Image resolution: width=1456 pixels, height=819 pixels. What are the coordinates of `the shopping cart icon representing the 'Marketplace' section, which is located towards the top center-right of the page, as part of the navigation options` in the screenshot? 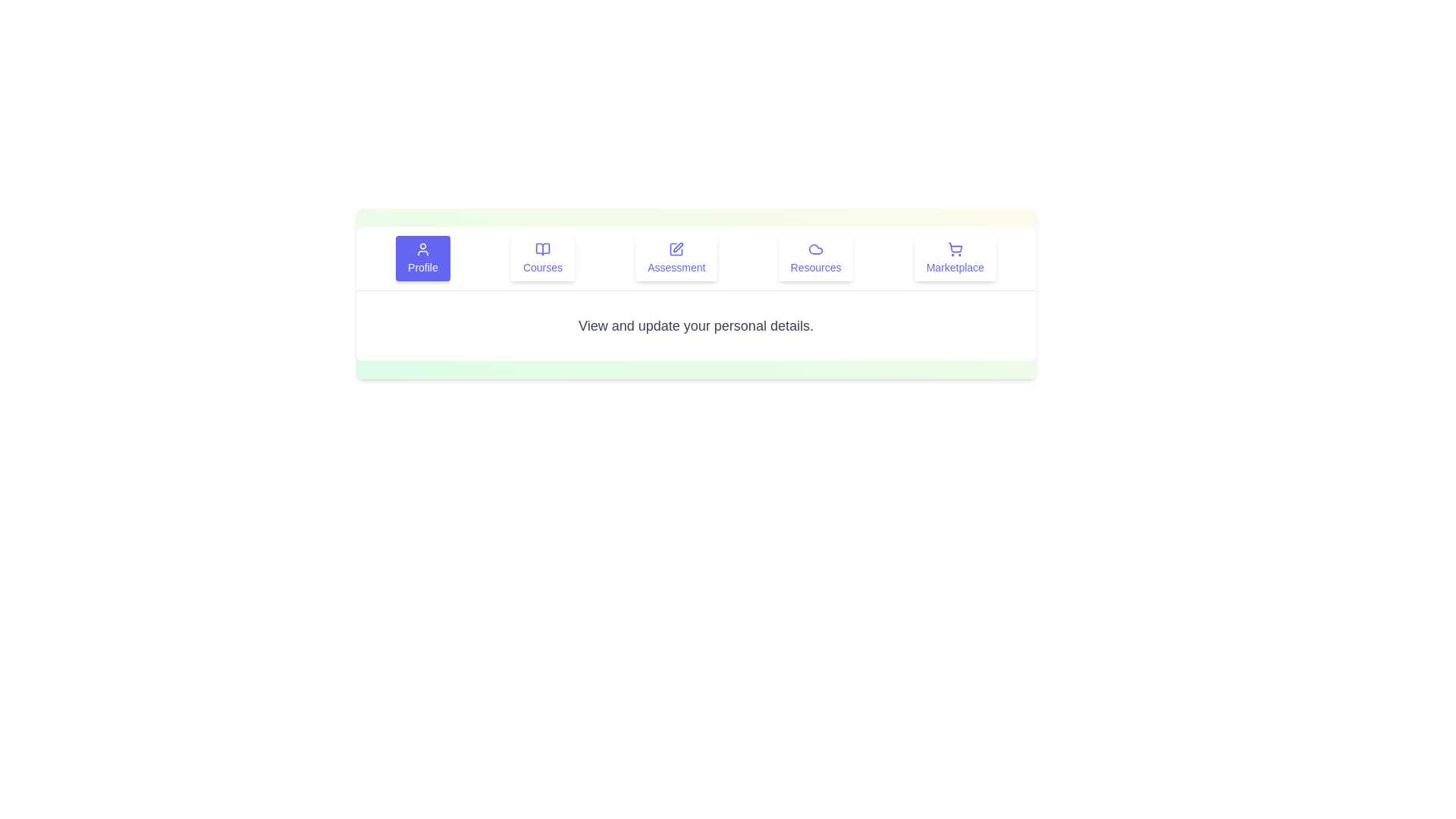 It's located at (954, 246).